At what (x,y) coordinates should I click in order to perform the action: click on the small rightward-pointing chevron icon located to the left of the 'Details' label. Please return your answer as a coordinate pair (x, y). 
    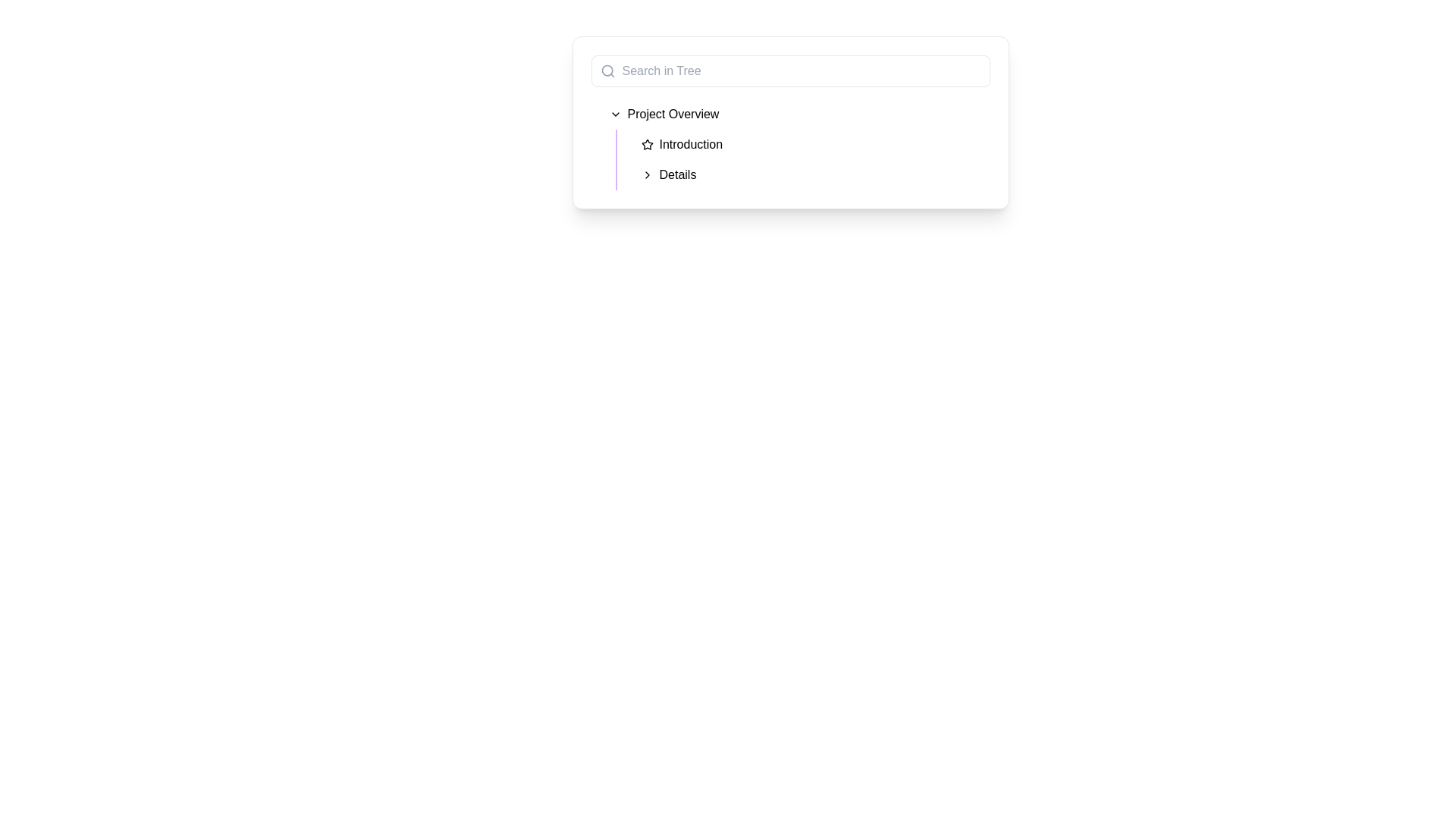
    Looking at the image, I should click on (647, 174).